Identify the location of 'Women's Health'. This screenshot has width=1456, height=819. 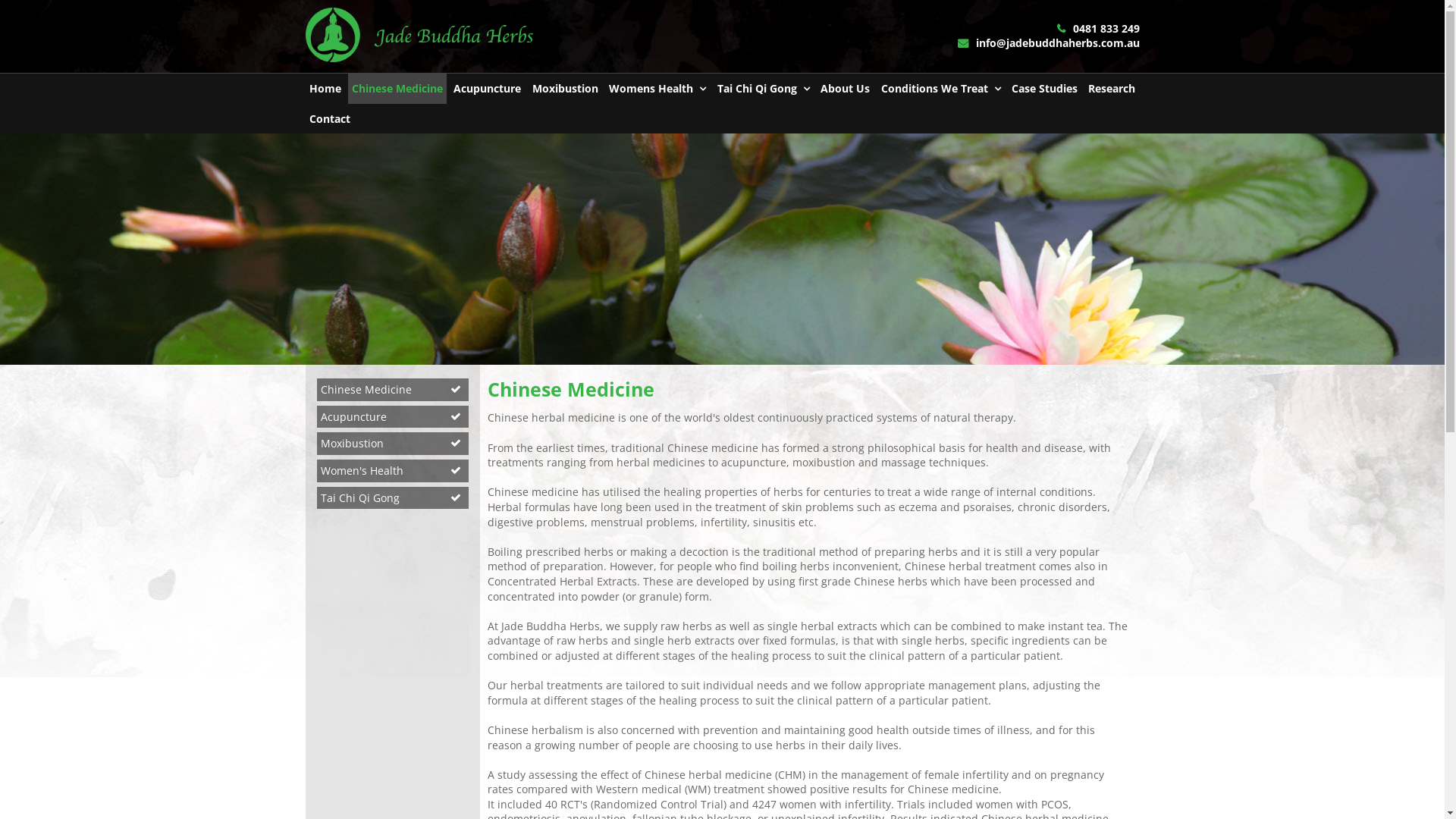
(393, 470).